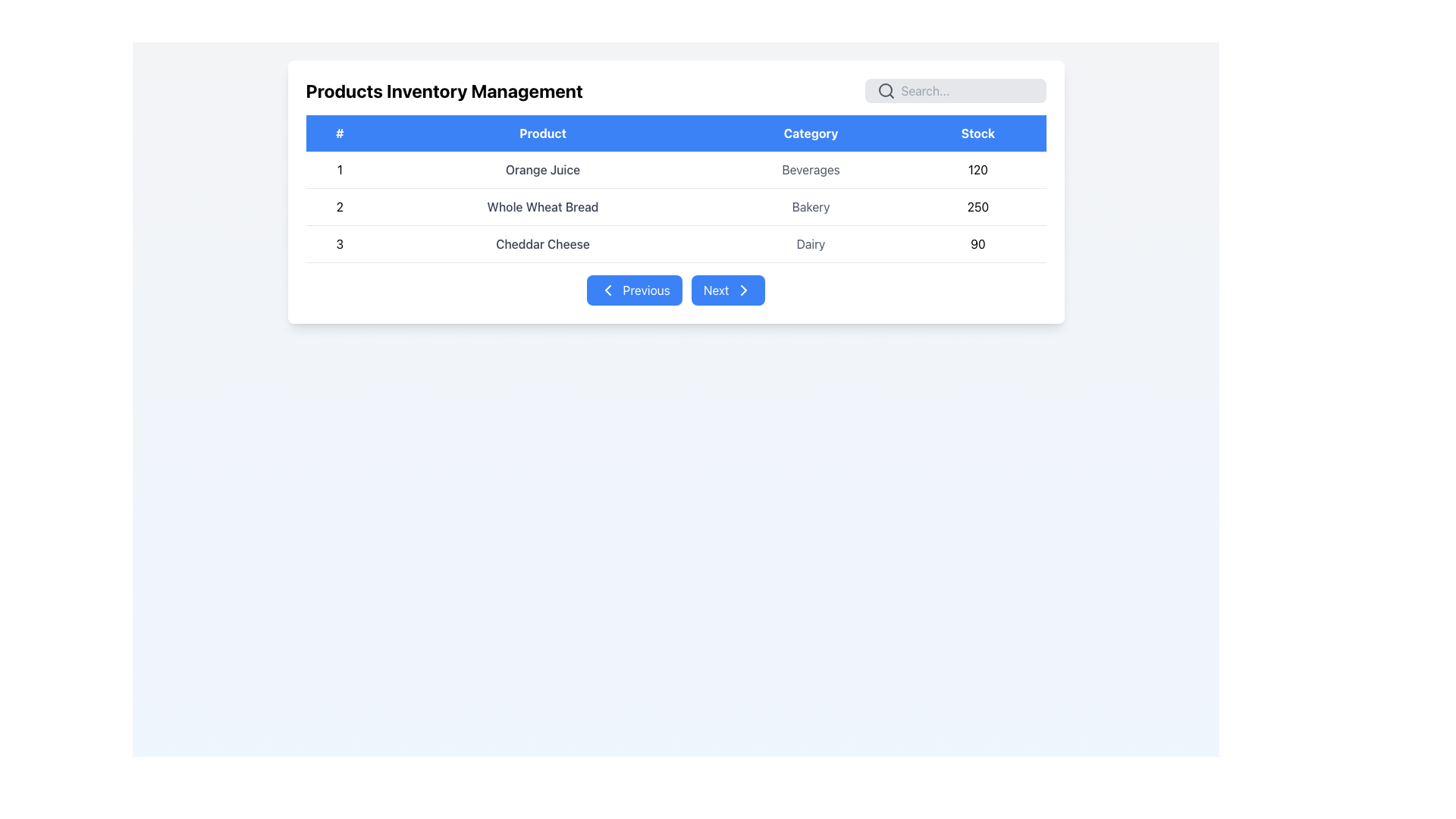  Describe the element at coordinates (339, 133) in the screenshot. I see `the blue table header cell containing the '#' symbol` at that location.